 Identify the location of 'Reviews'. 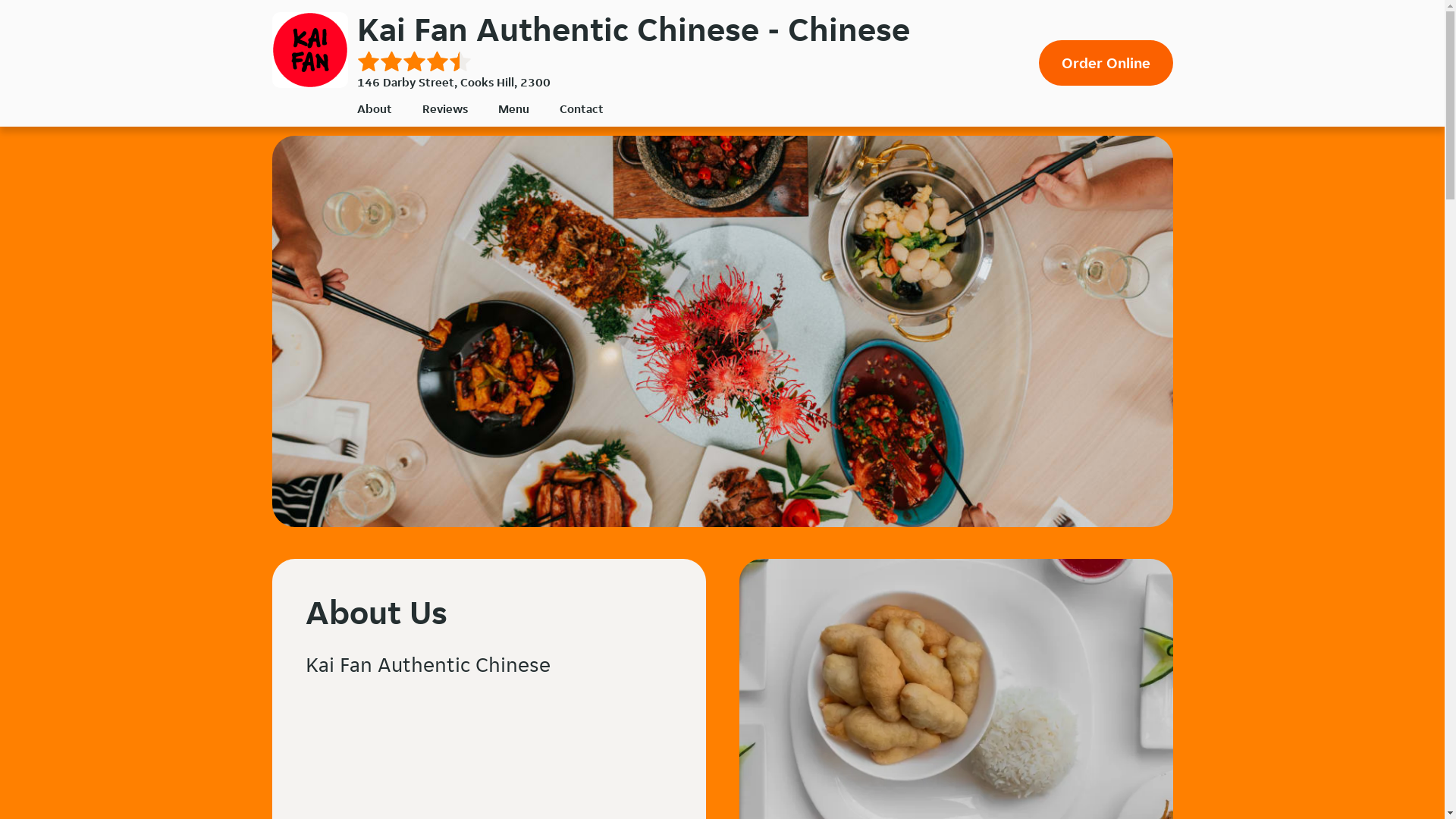
(443, 108).